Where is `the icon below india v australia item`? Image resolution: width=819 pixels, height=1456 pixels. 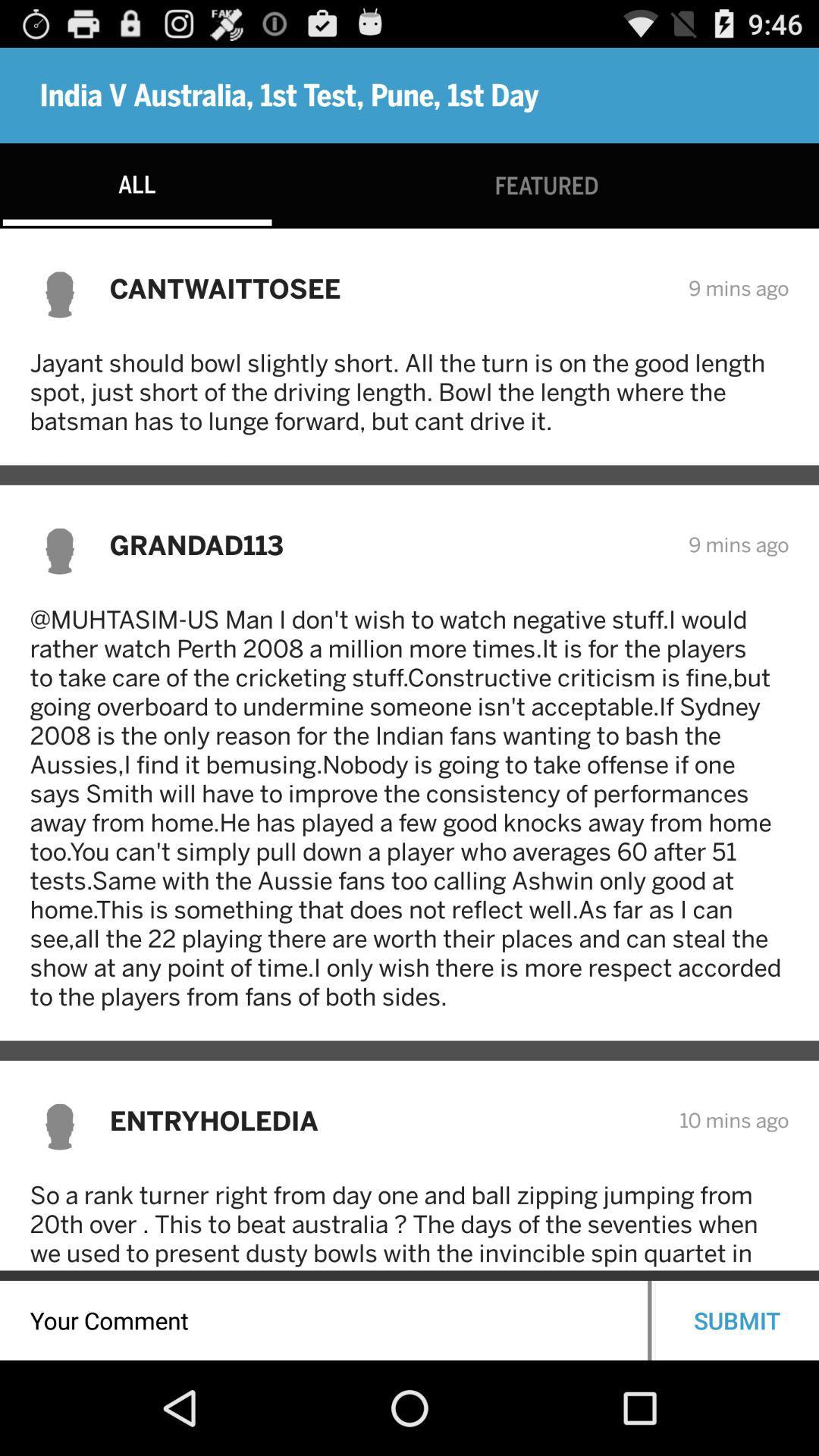 the icon below india v australia item is located at coordinates (547, 185).